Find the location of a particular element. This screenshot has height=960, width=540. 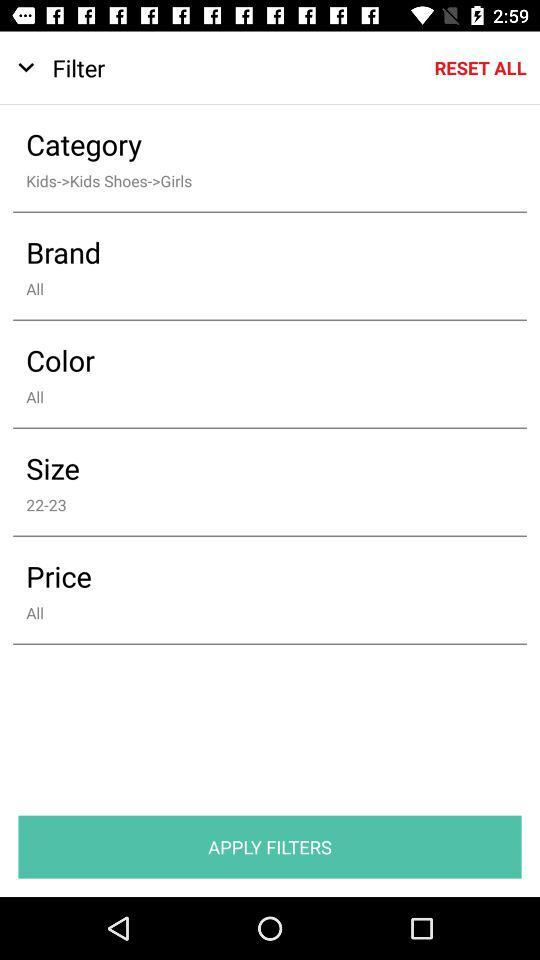

the kids kids shoes icon is located at coordinates (256, 179).